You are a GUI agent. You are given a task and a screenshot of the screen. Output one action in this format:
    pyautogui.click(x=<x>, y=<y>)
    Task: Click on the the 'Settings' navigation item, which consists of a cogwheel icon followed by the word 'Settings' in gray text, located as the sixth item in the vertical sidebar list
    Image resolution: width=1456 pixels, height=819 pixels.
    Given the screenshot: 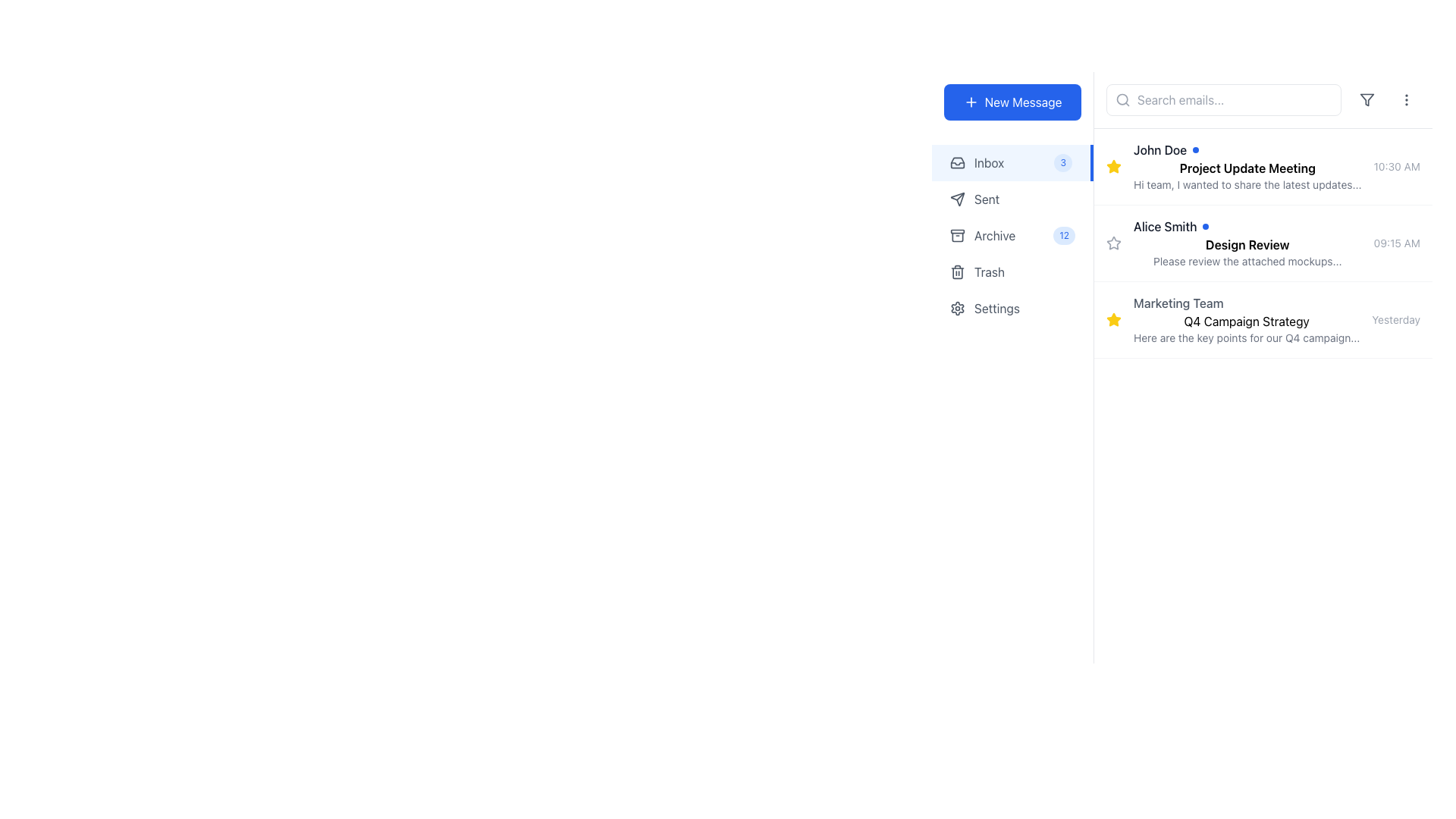 What is the action you would take?
    pyautogui.click(x=1012, y=308)
    